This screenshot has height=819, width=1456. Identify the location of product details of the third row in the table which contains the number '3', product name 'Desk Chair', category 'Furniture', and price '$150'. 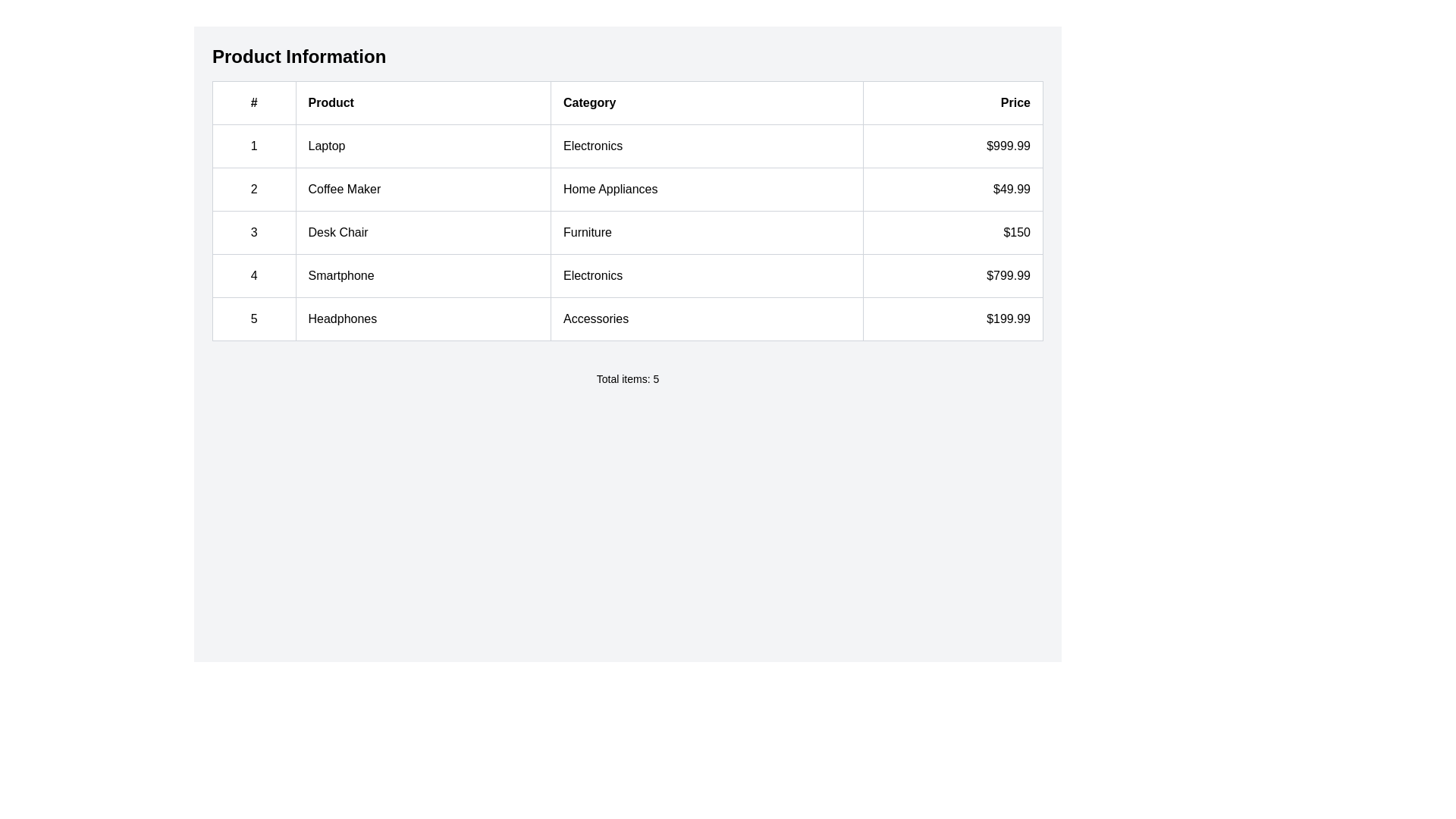
(628, 233).